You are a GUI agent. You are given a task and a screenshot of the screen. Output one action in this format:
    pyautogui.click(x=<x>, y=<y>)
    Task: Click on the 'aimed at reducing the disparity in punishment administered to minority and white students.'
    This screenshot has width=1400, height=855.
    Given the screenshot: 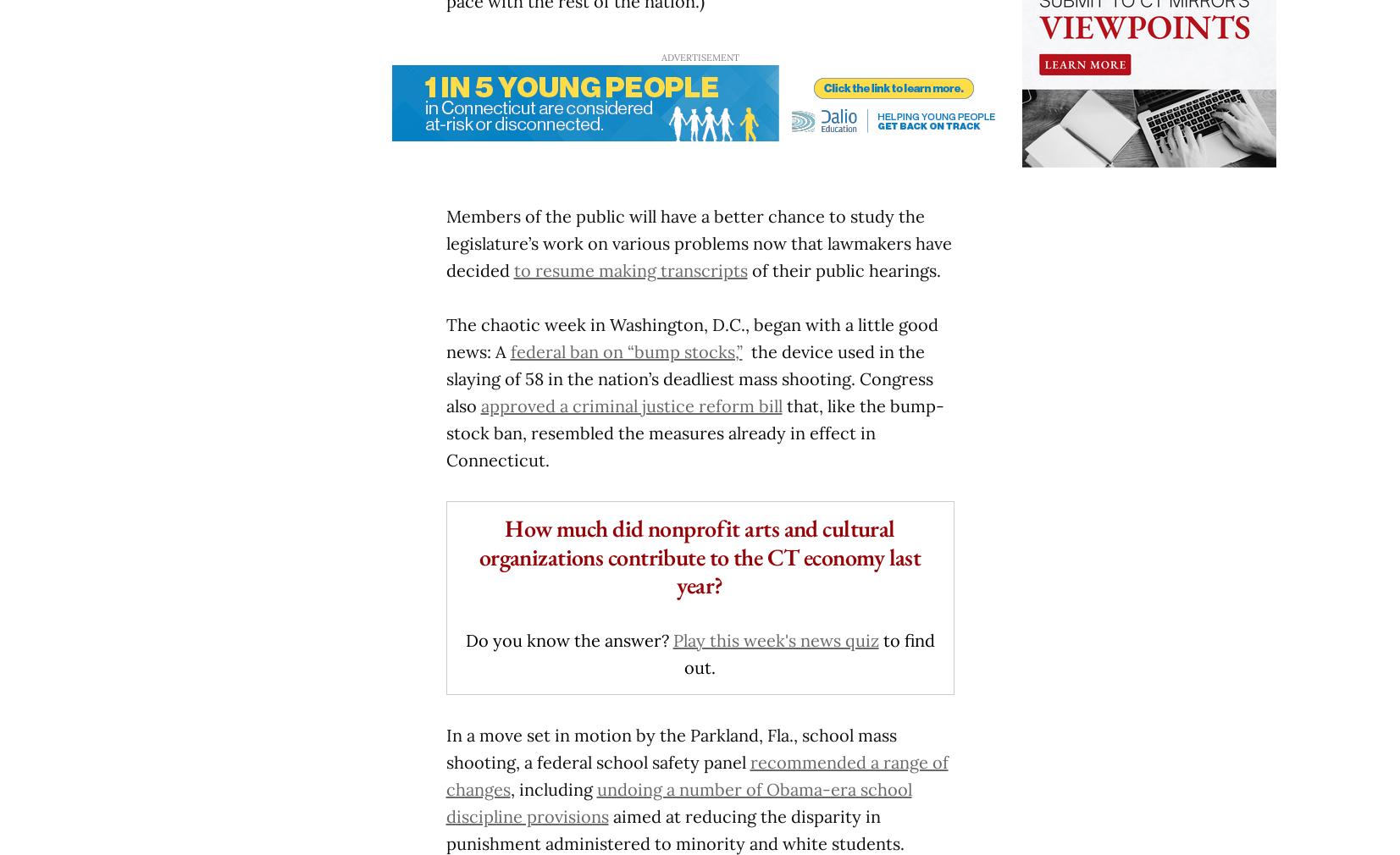 What is the action you would take?
    pyautogui.click(x=673, y=829)
    